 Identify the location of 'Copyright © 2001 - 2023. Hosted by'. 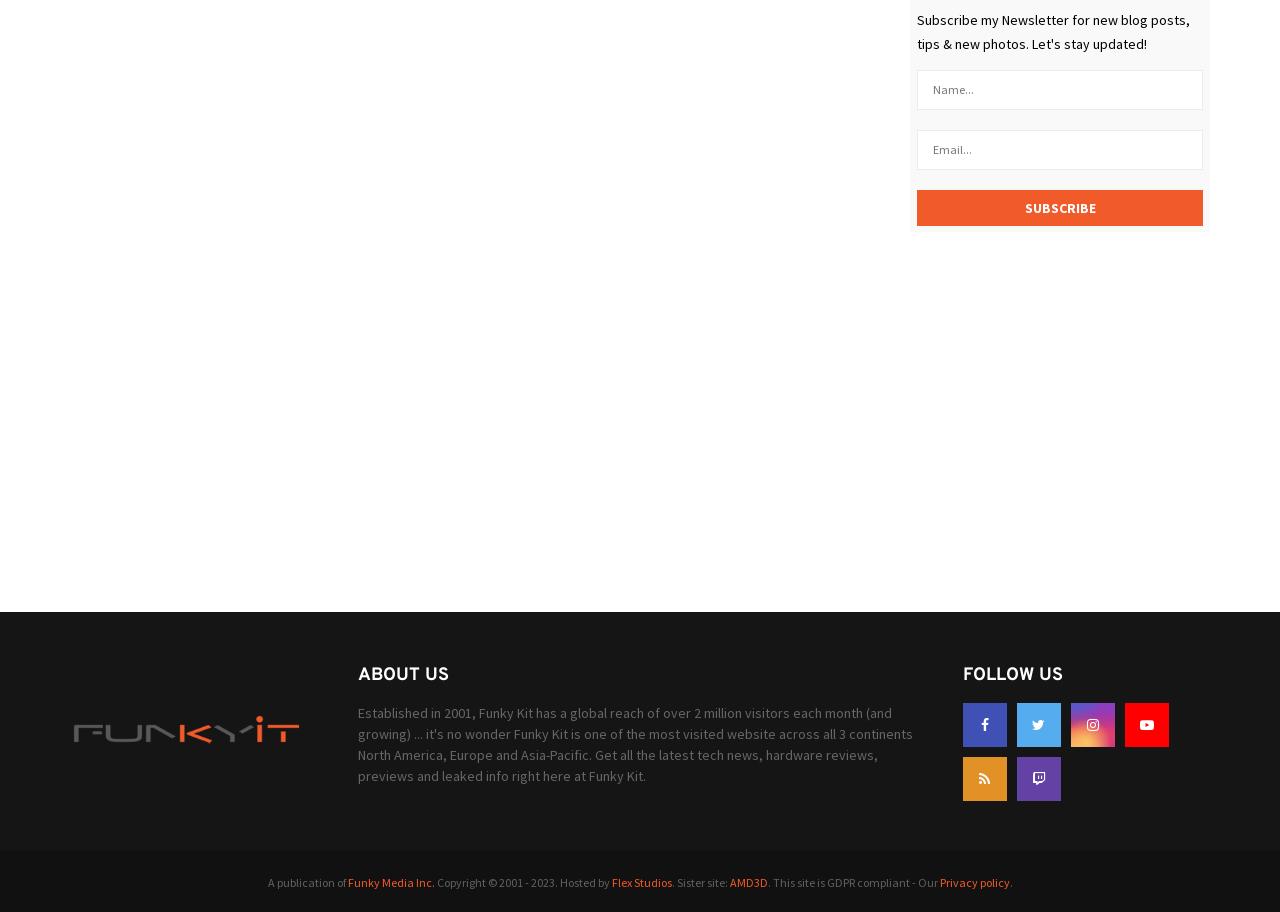
(522, 880).